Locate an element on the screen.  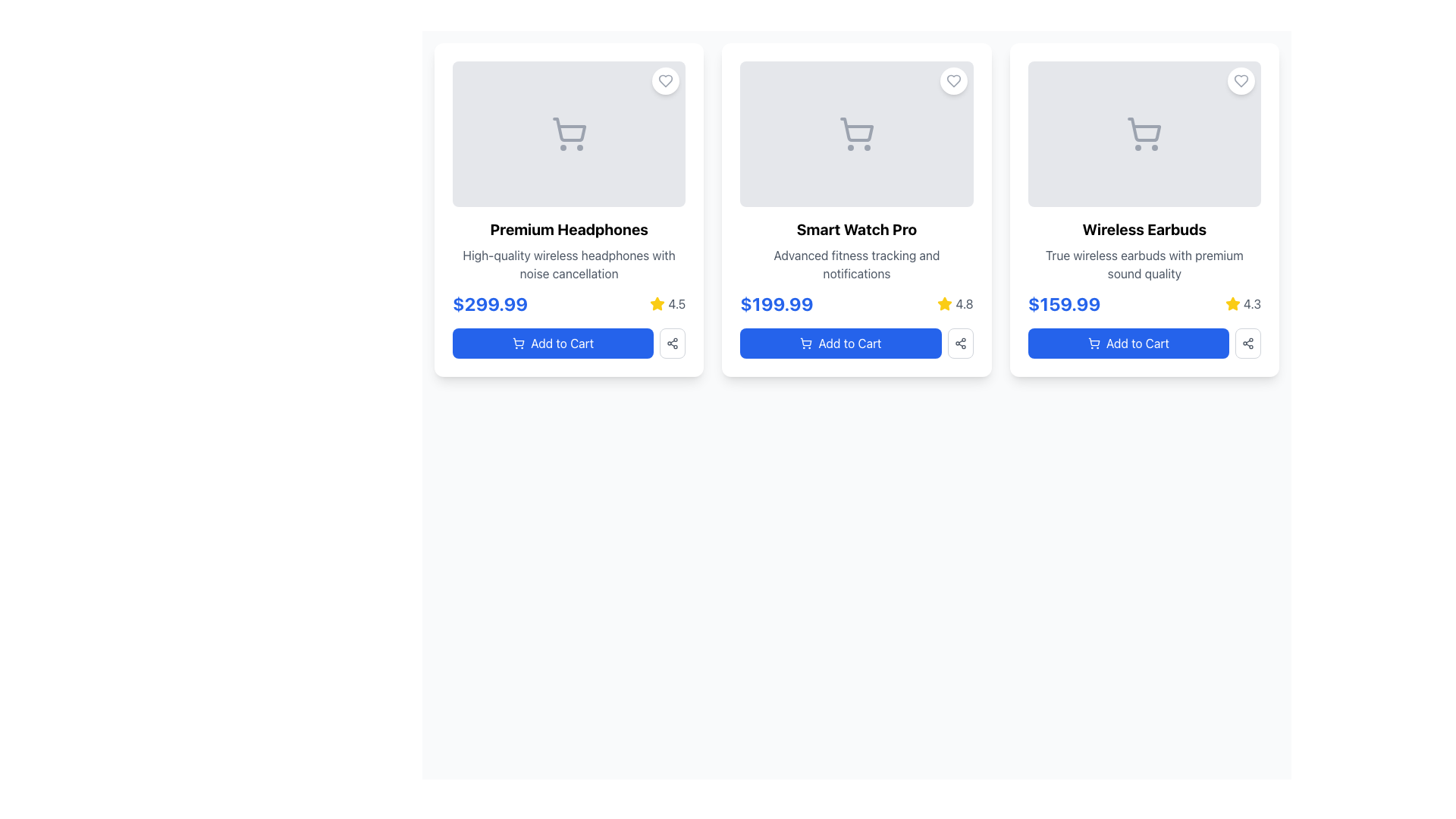
the heart-shaped icon in the upper-right corner of the 'Smart Watch Pro' product card is located at coordinates (952, 81).